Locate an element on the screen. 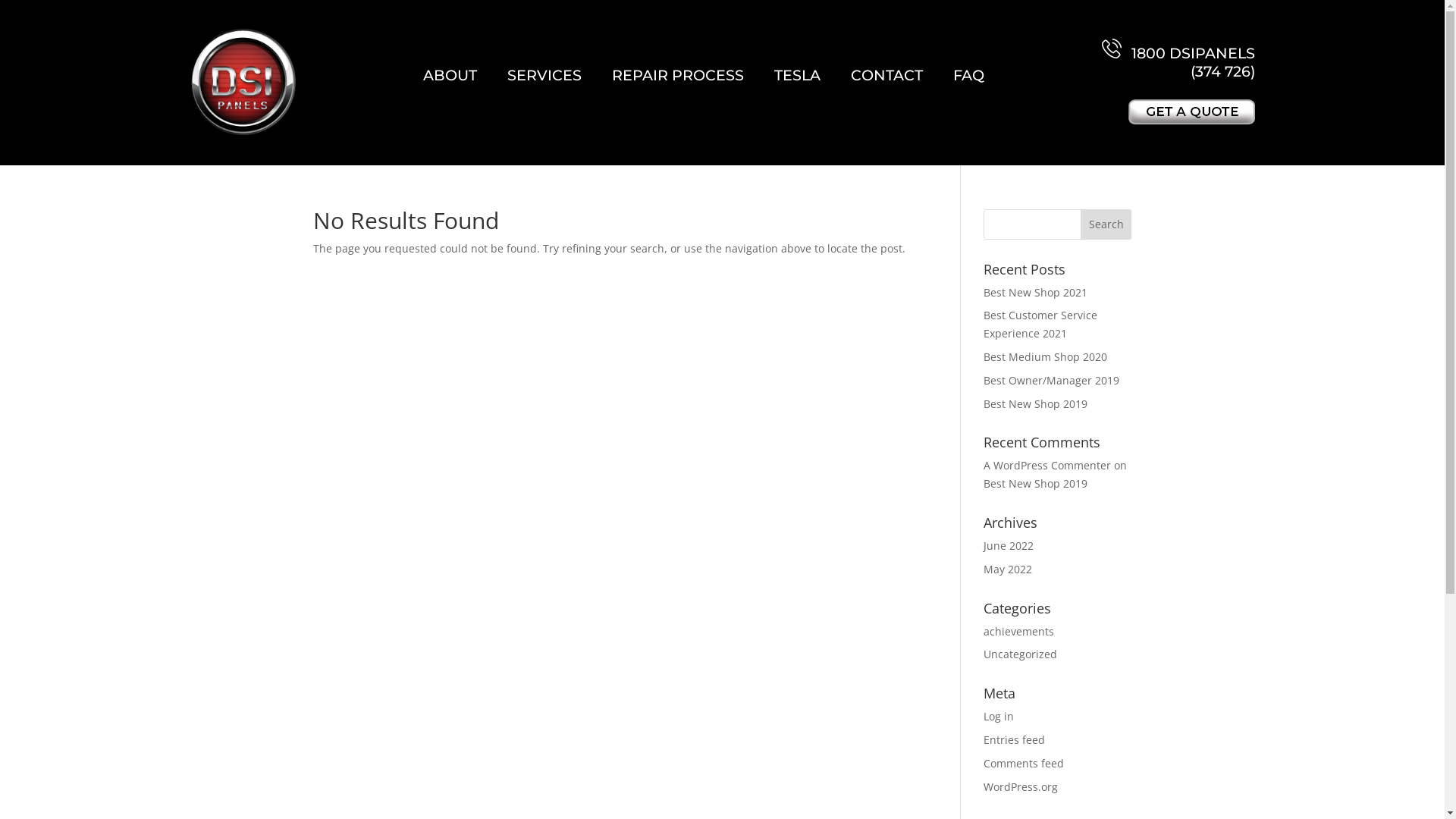  'May 2022' is located at coordinates (1008, 569).